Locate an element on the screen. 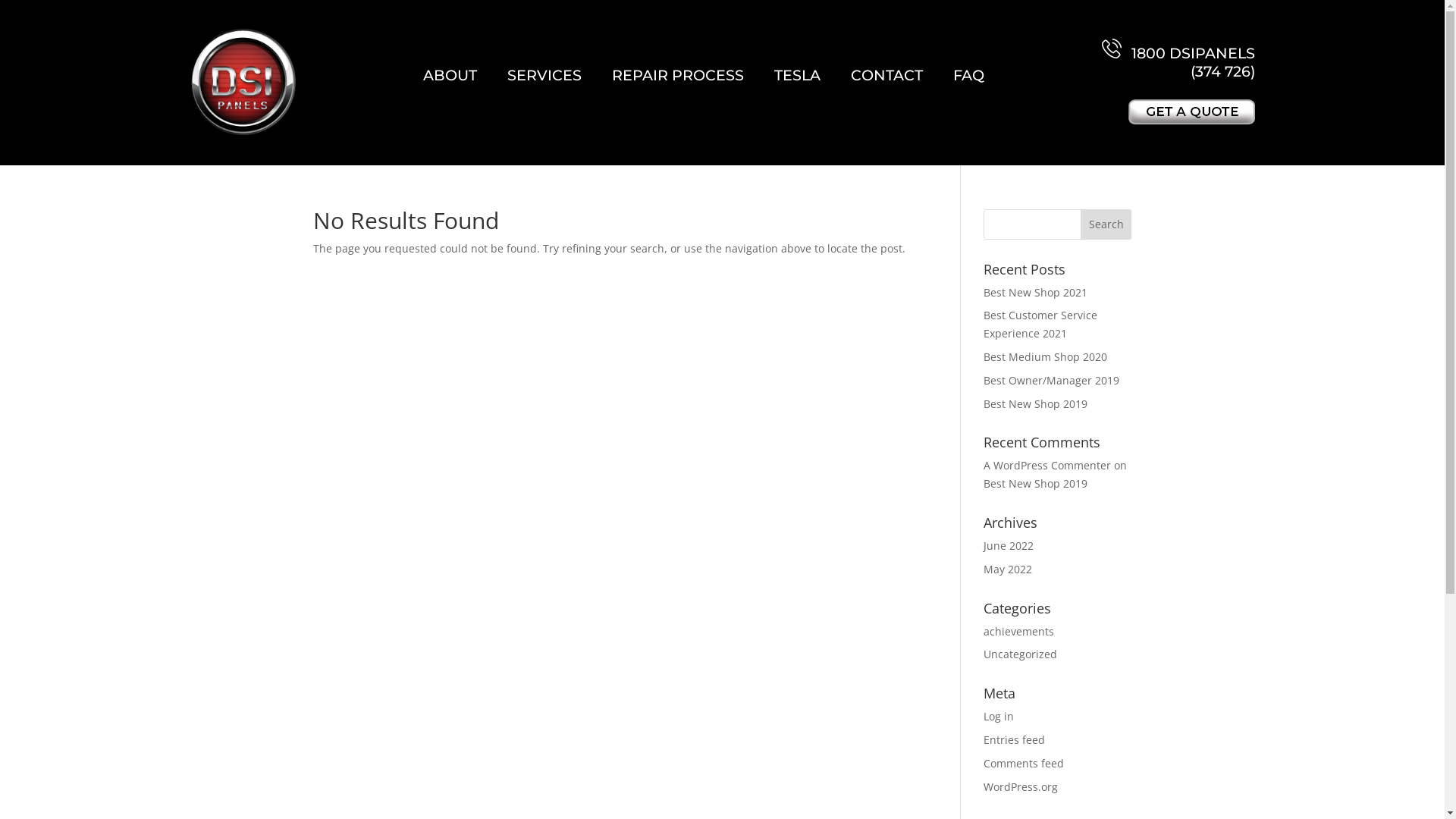  'May 2022' is located at coordinates (1008, 569).